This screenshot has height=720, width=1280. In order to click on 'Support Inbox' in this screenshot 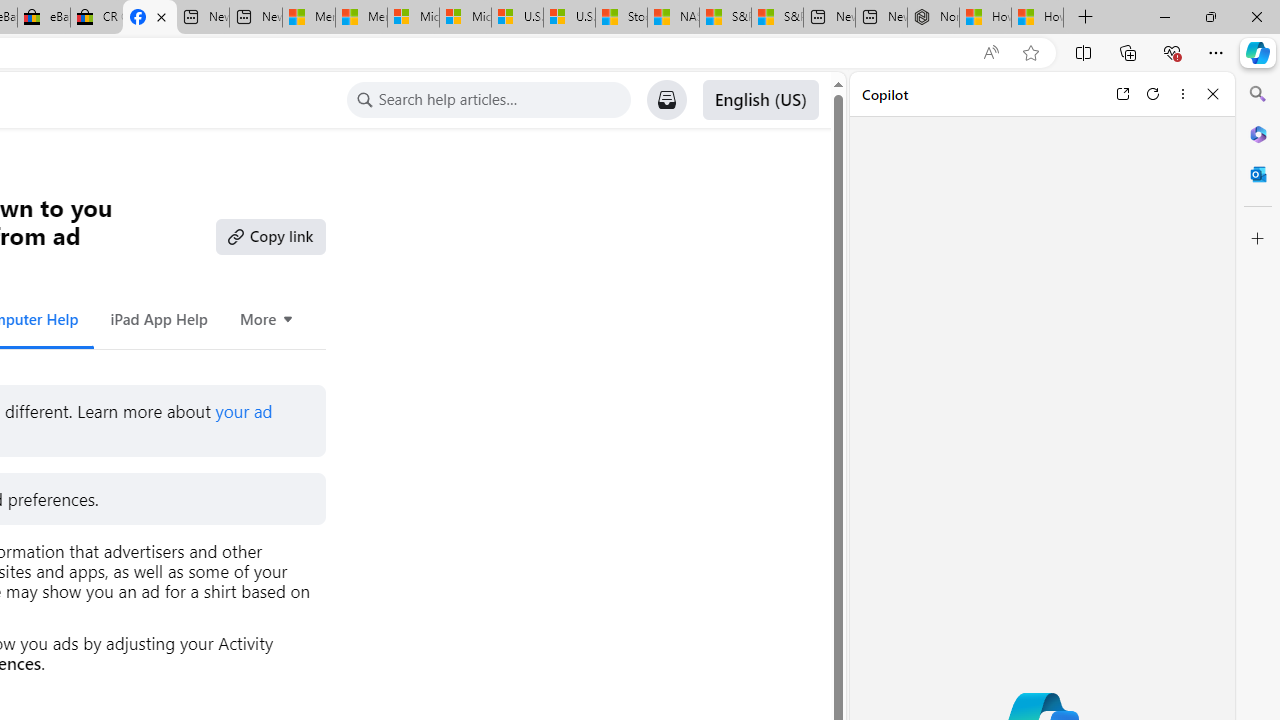, I will do `click(666, 100)`.